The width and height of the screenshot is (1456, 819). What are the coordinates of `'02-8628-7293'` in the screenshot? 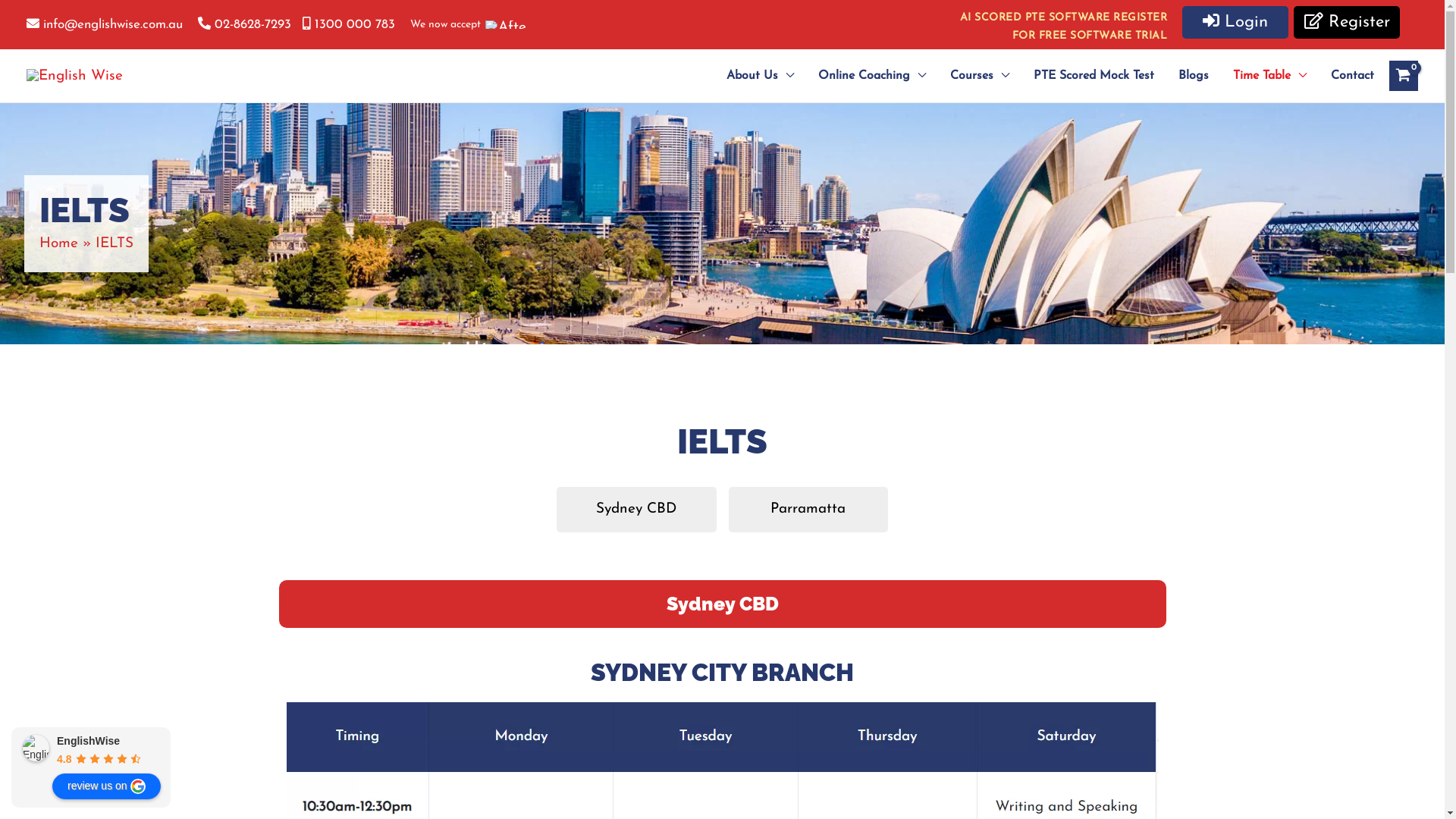 It's located at (196, 24).